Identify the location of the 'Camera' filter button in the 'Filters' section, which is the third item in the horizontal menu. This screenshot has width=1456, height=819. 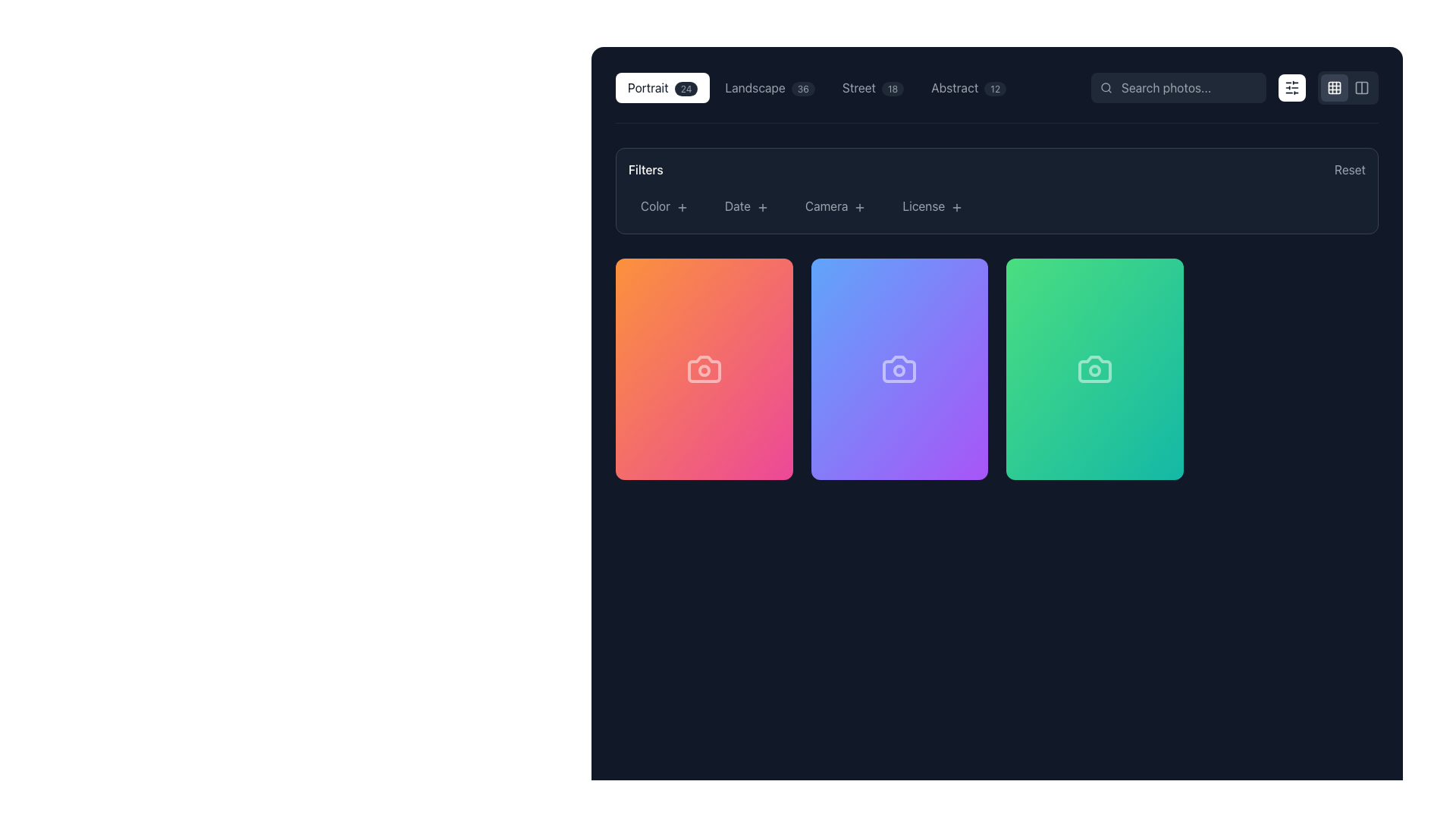
(835, 206).